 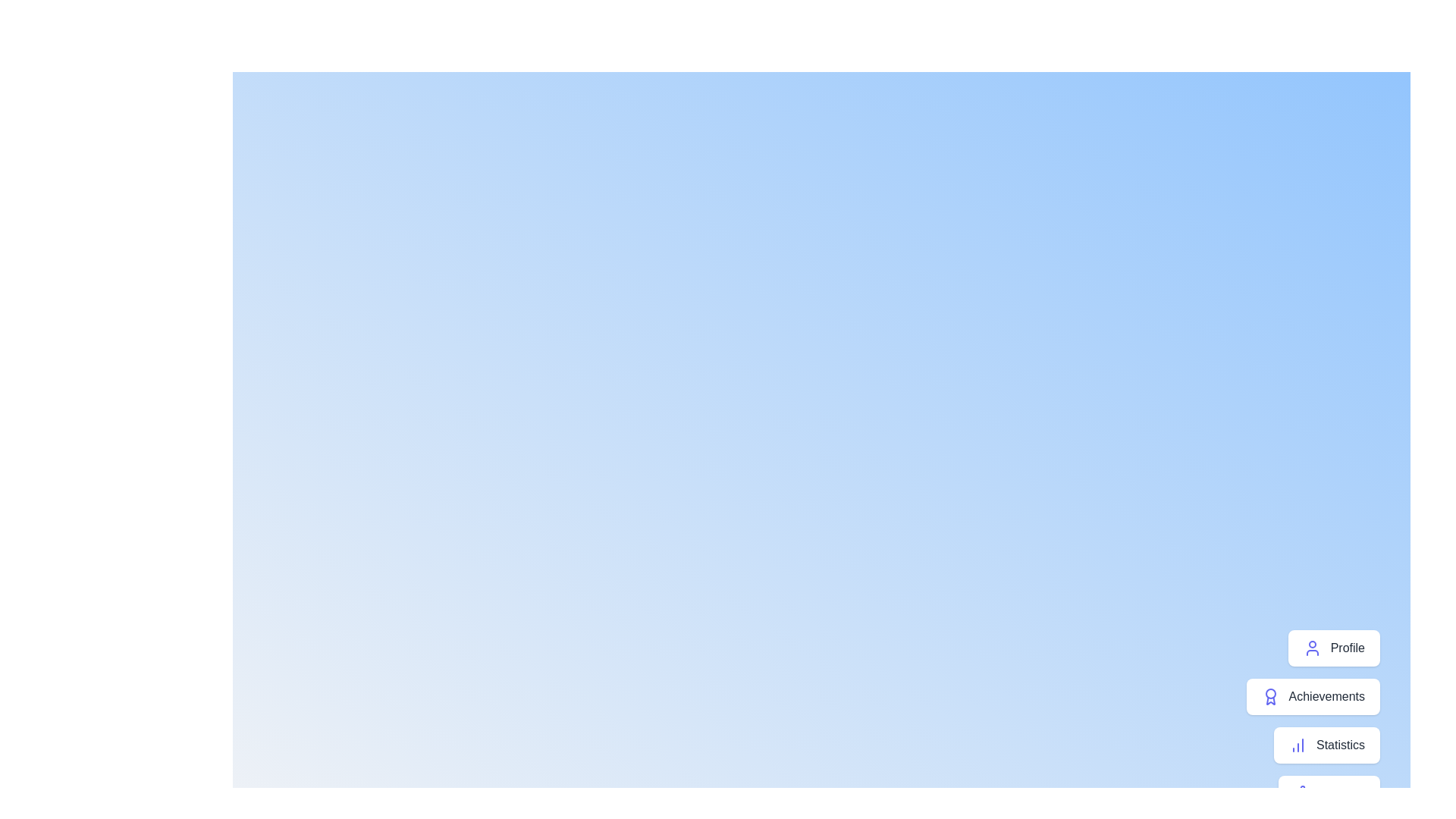 What do you see at coordinates (1328, 792) in the screenshot?
I see `the 'Settings' button to select the 'Settings' option` at bounding box center [1328, 792].